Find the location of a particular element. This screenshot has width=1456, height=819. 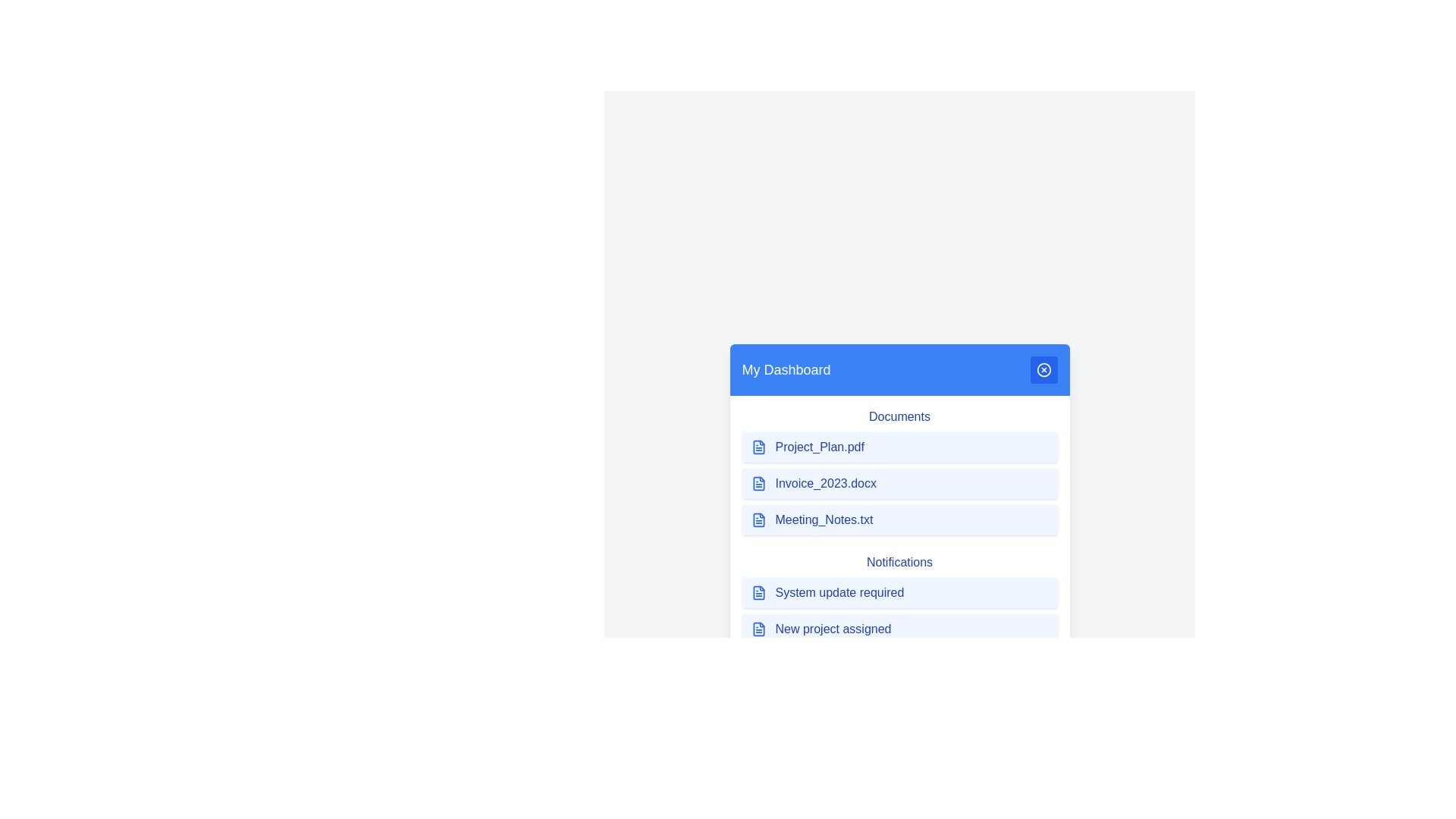

the item Meeting_Notes.txt in the menu to highlight it is located at coordinates (899, 519).